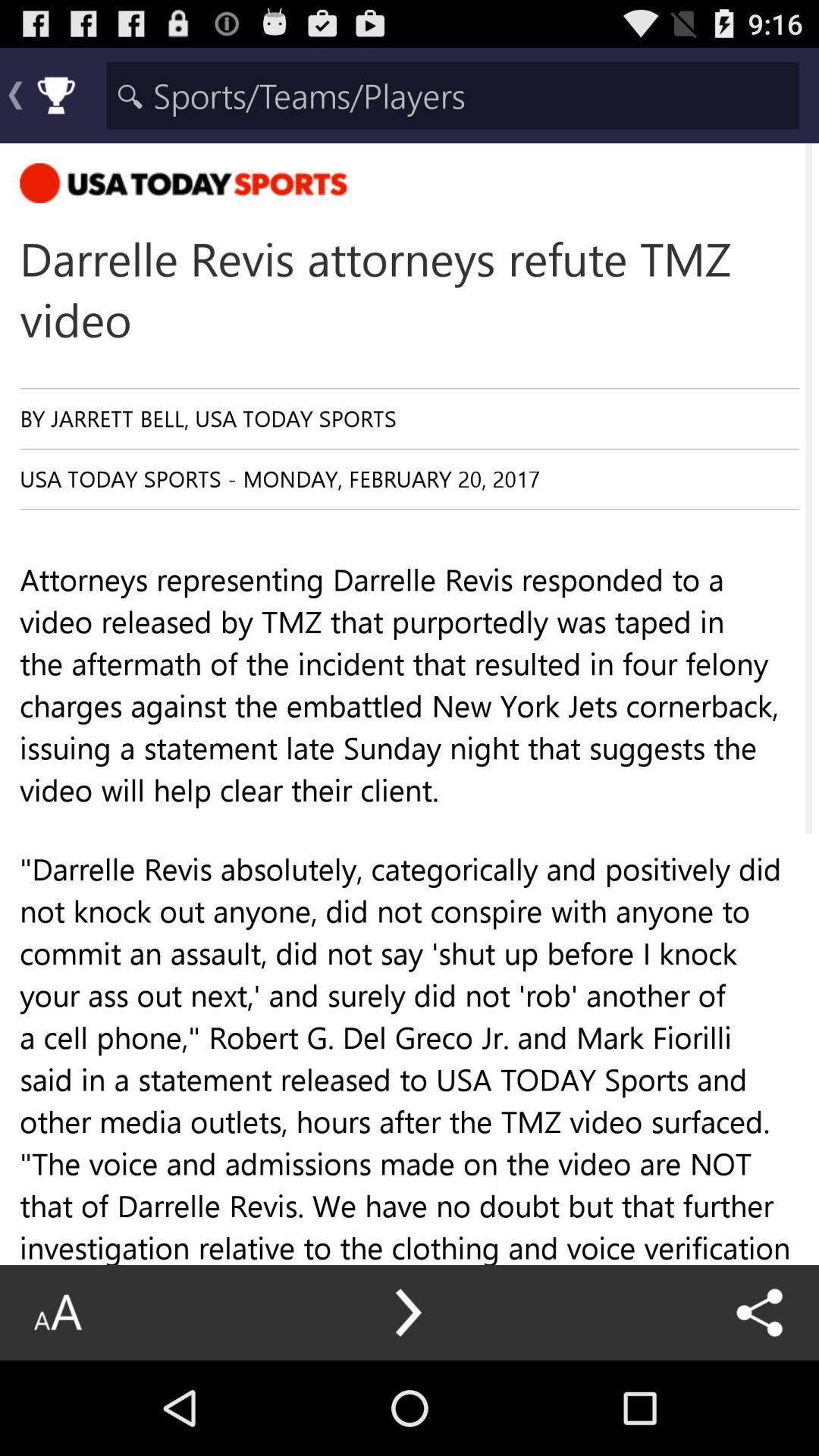  I want to click on the the 11 second icon, so click(409, 1355).